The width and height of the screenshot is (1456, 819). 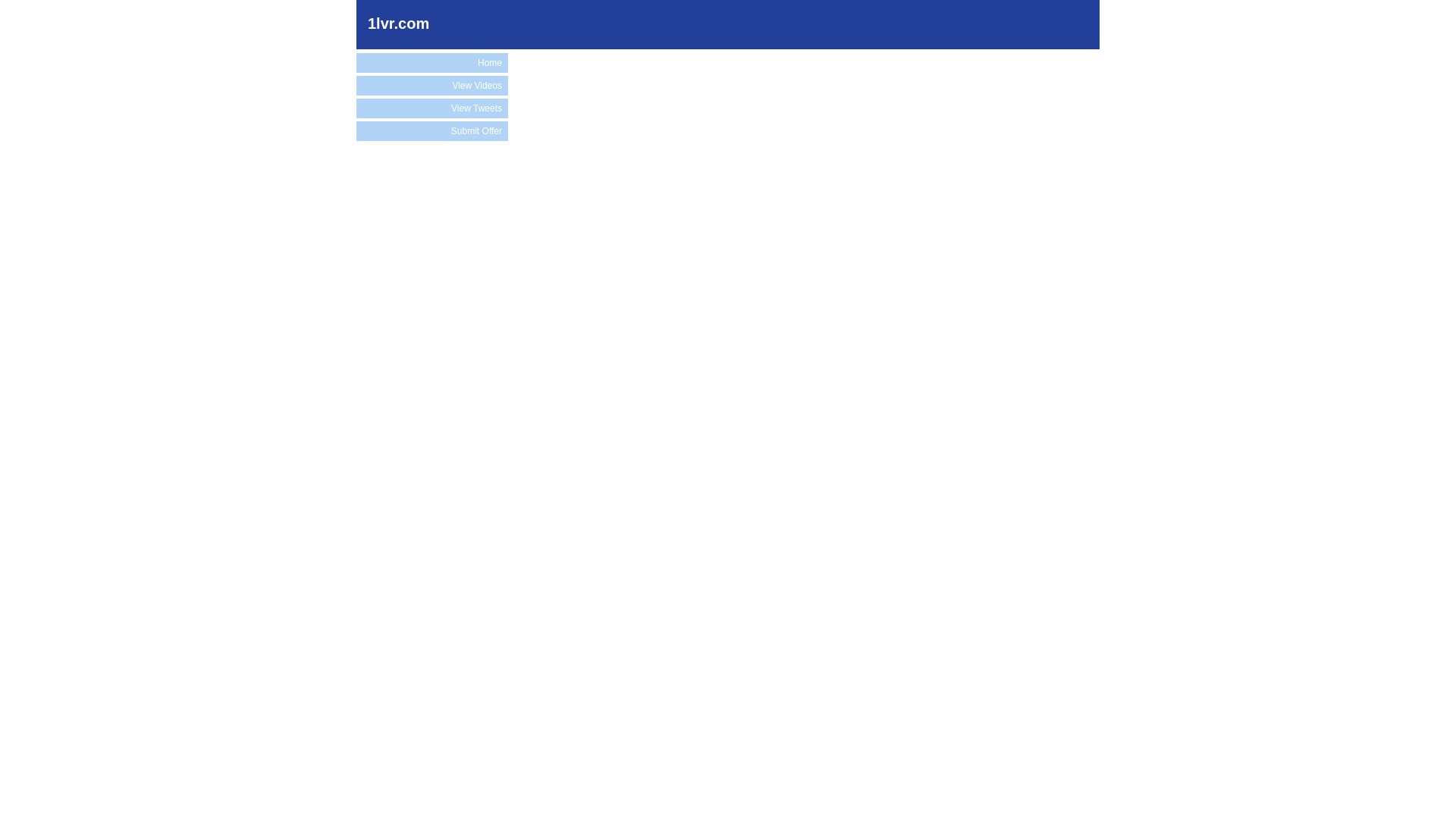 What do you see at coordinates (431, 107) in the screenshot?
I see `'View Tweets'` at bounding box center [431, 107].